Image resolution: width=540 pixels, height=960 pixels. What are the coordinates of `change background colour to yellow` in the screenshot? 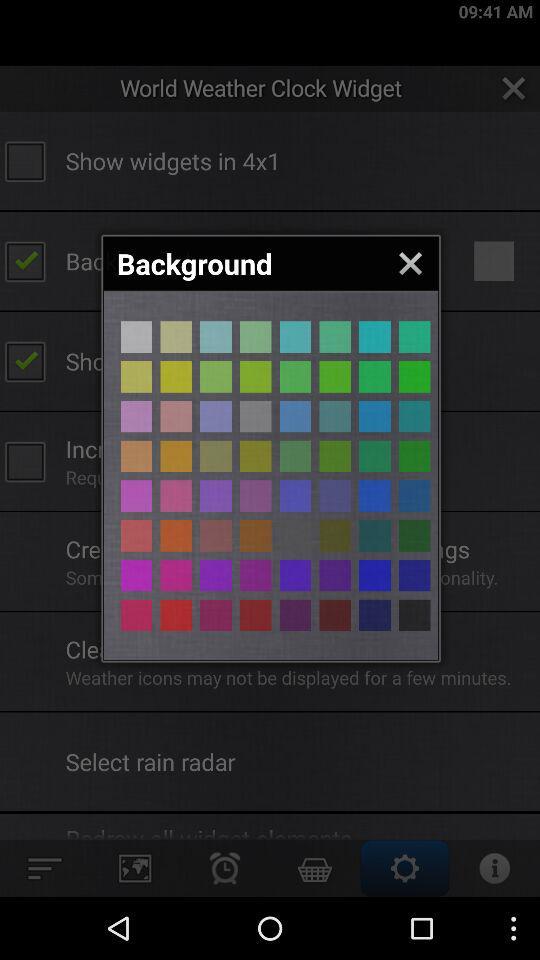 It's located at (255, 534).